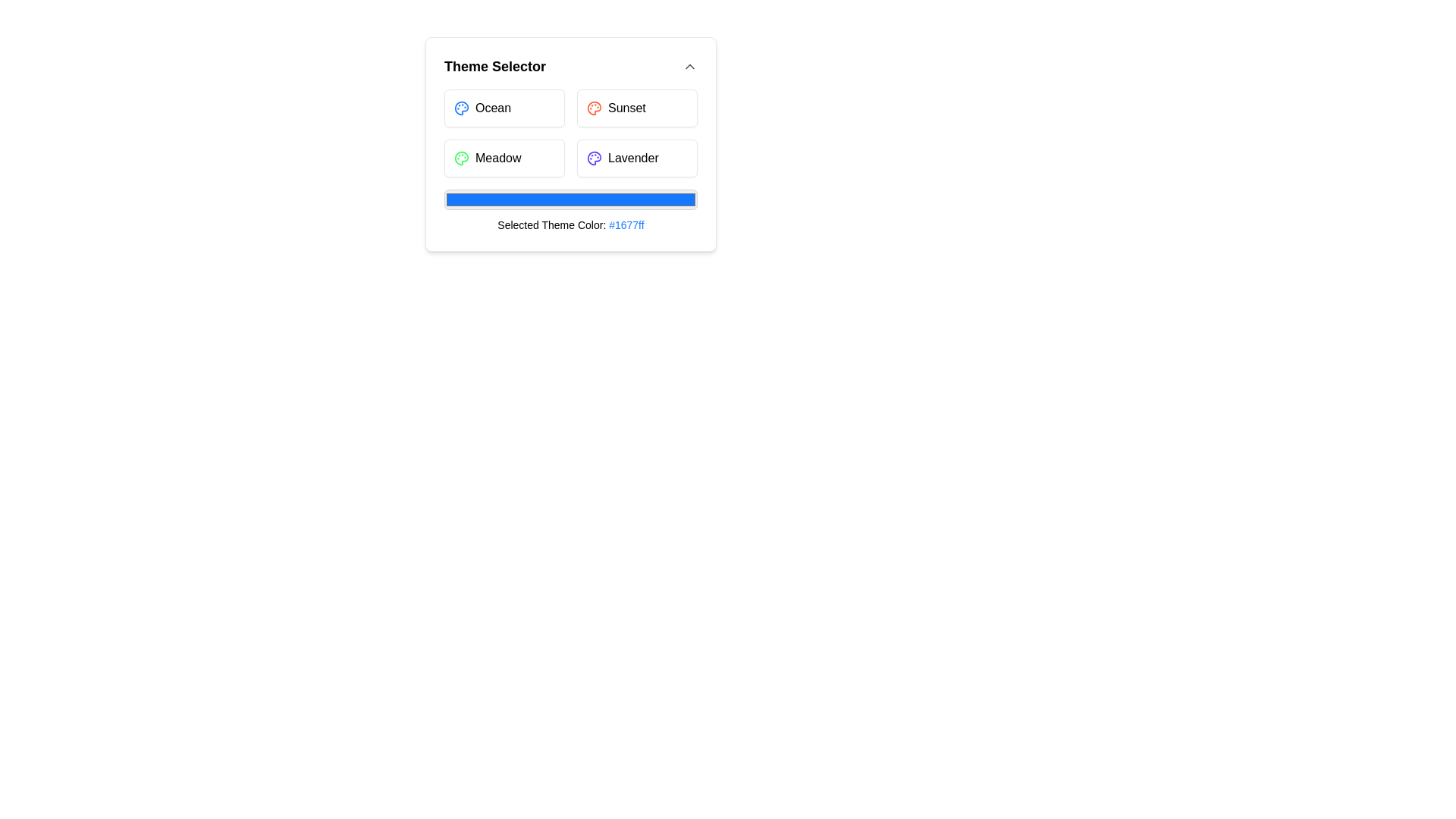 This screenshot has width=1456, height=819. I want to click on the 'Ocean' button that contains the Decorative Icon resembling a paint palette with a blue outline and colored dots, located in the top-left corner of the Theme Selector component, so click(461, 107).